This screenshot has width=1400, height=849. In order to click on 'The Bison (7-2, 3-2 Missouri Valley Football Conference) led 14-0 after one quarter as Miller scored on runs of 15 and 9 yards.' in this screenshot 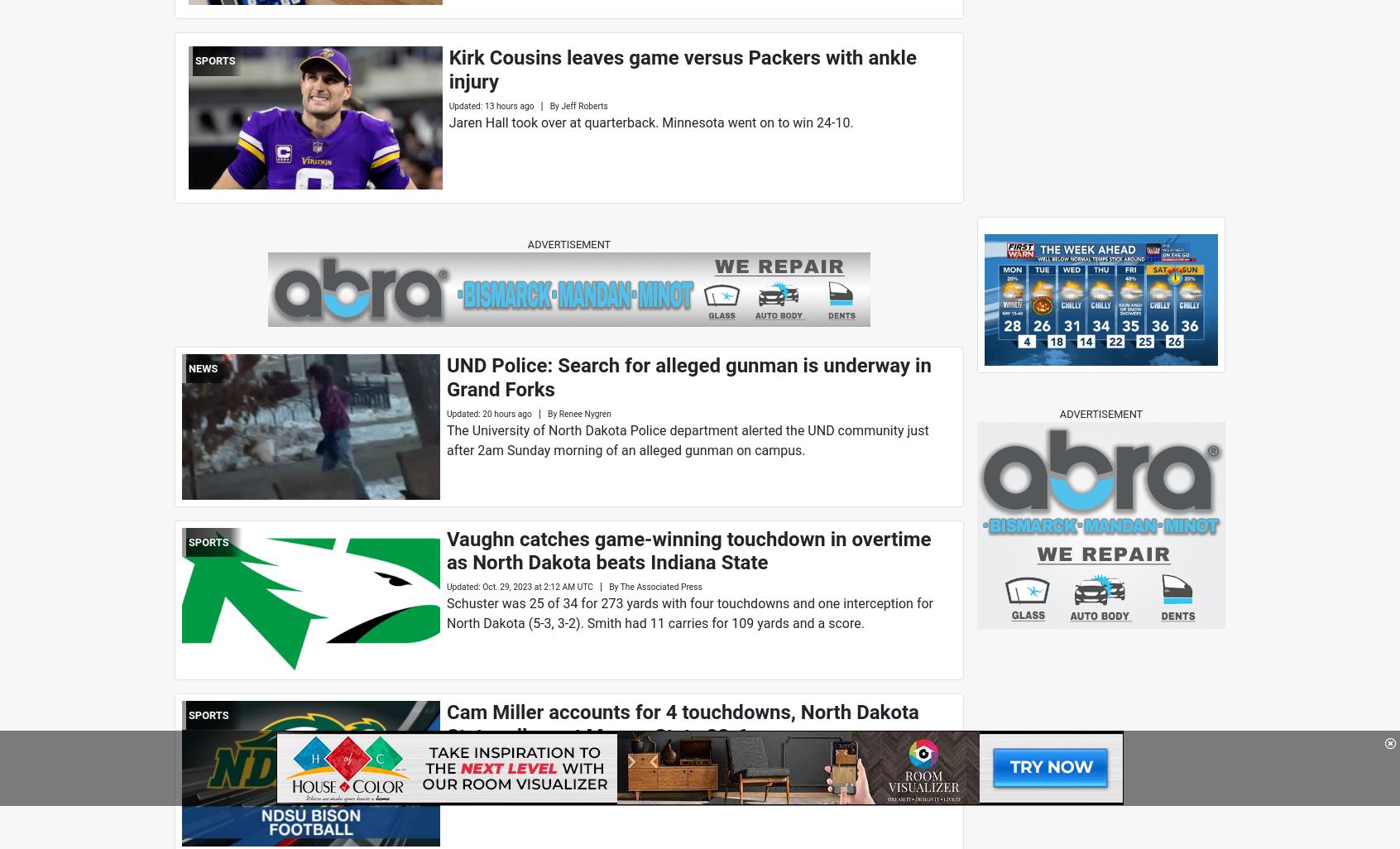, I will do `click(446, 786)`.